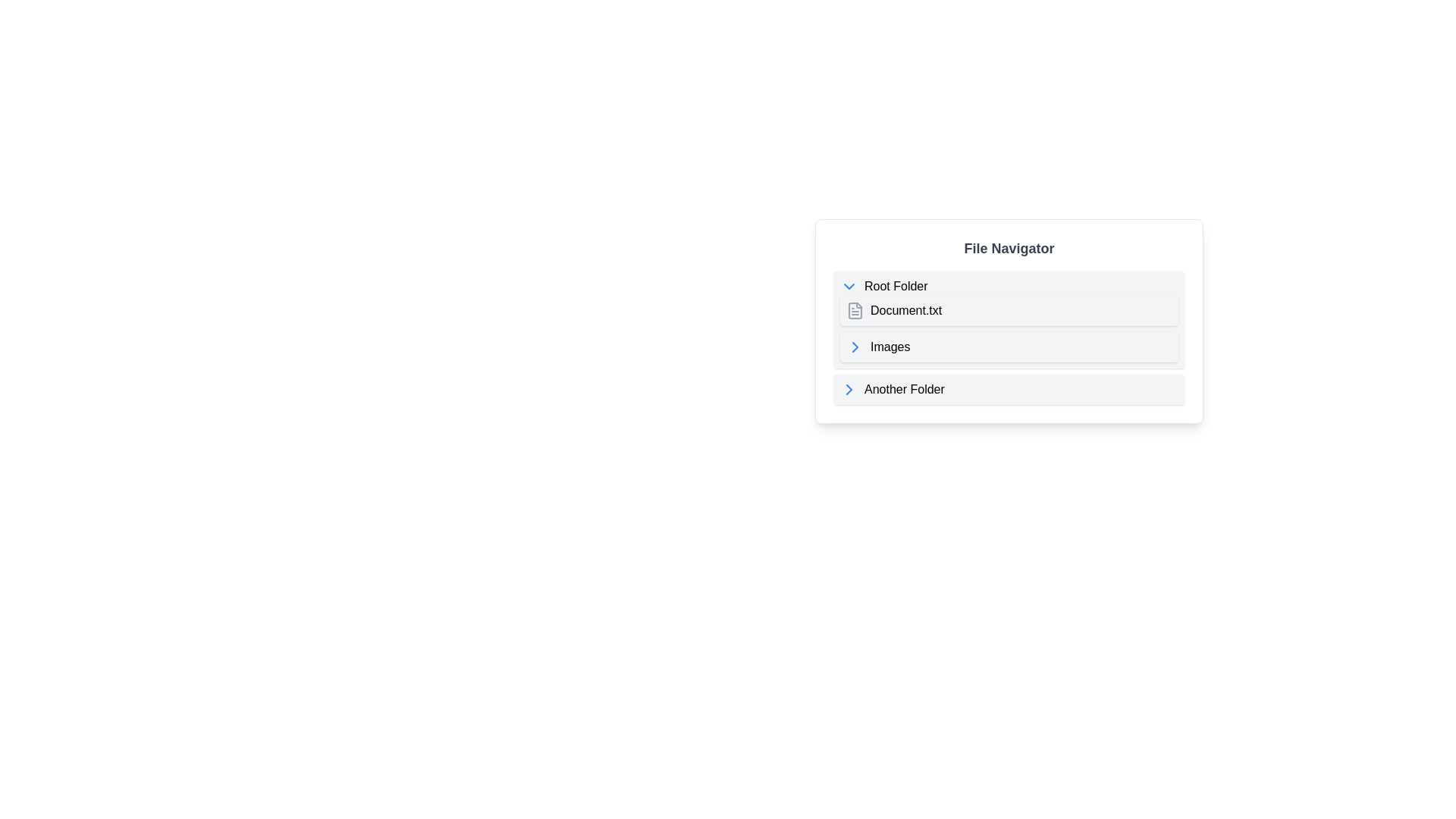  I want to click on the 'Root Folder' static text label, which is prominently displayed in black sans-serif font at the top of the file navigator interface, next to a chevron-down icon, so click(896, 287).